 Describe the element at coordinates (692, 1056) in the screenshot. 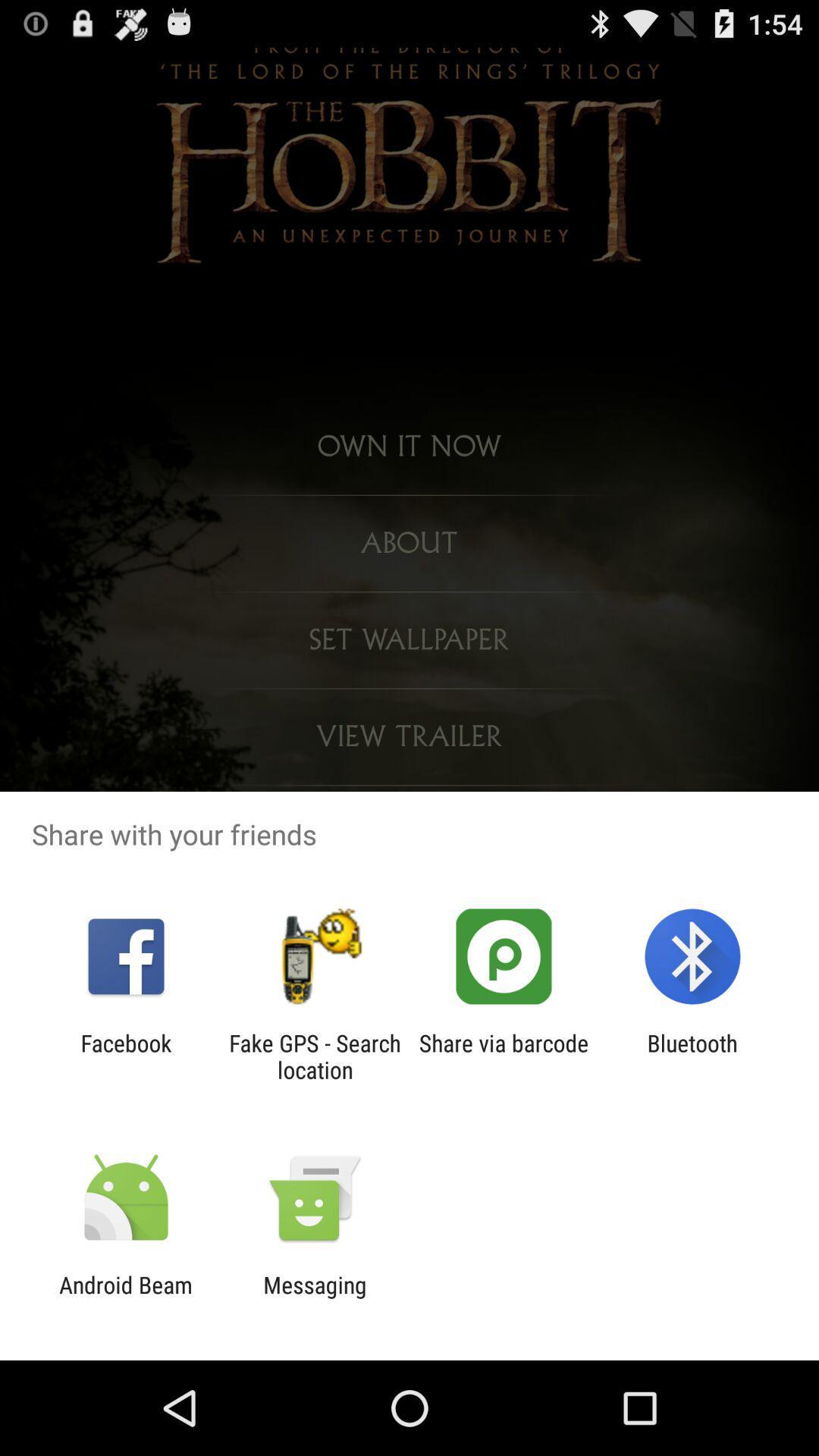

I see `item to the right of share via barcode item` at that location.